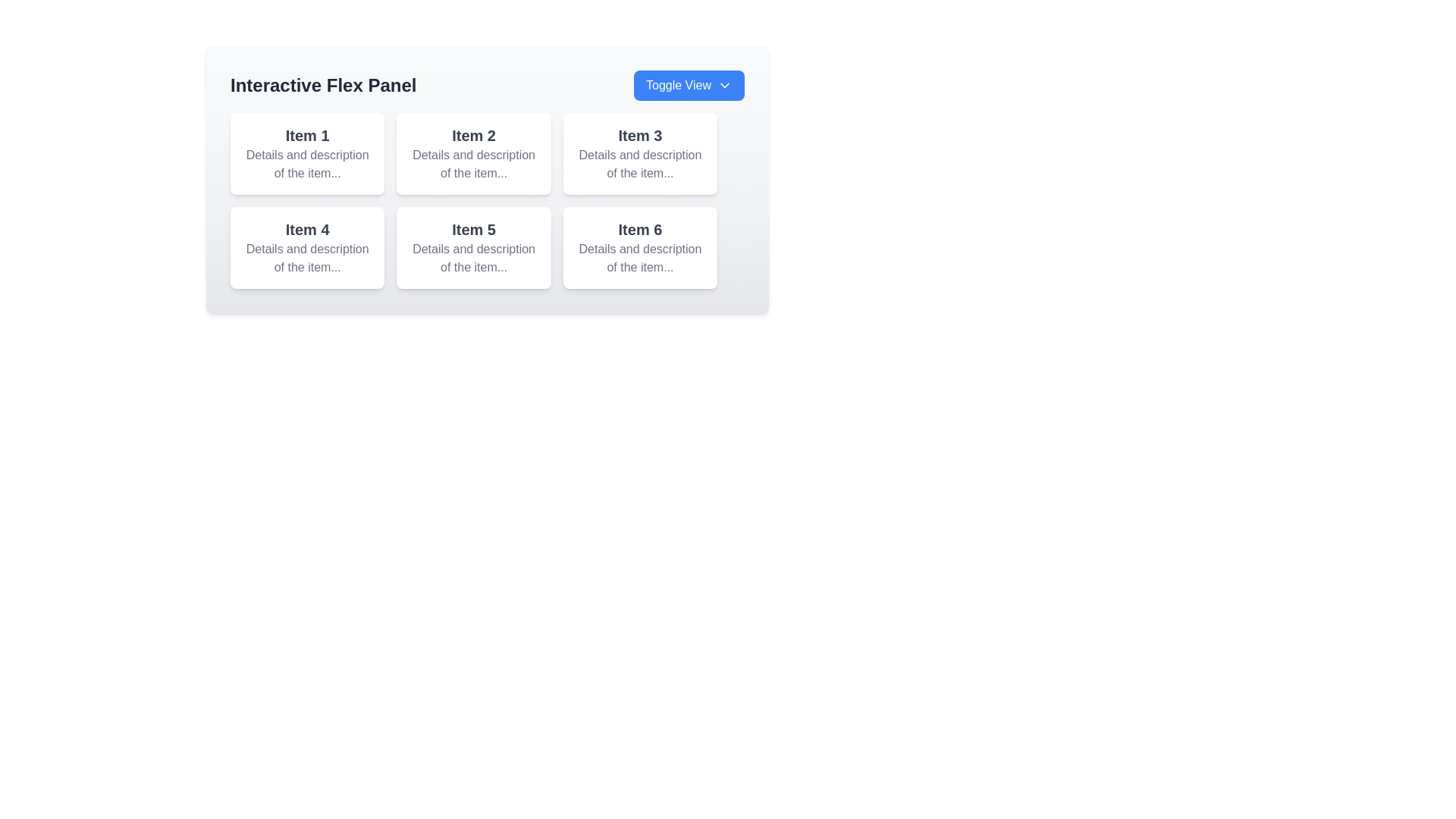 The image size is (1456, 819). Describe the element at coordinates (306, 257) in the screenshot. I see `the Text Label located in the second row, first column of the grid layout, which provides descriptive text below the 'Item 4' heading` at that location.